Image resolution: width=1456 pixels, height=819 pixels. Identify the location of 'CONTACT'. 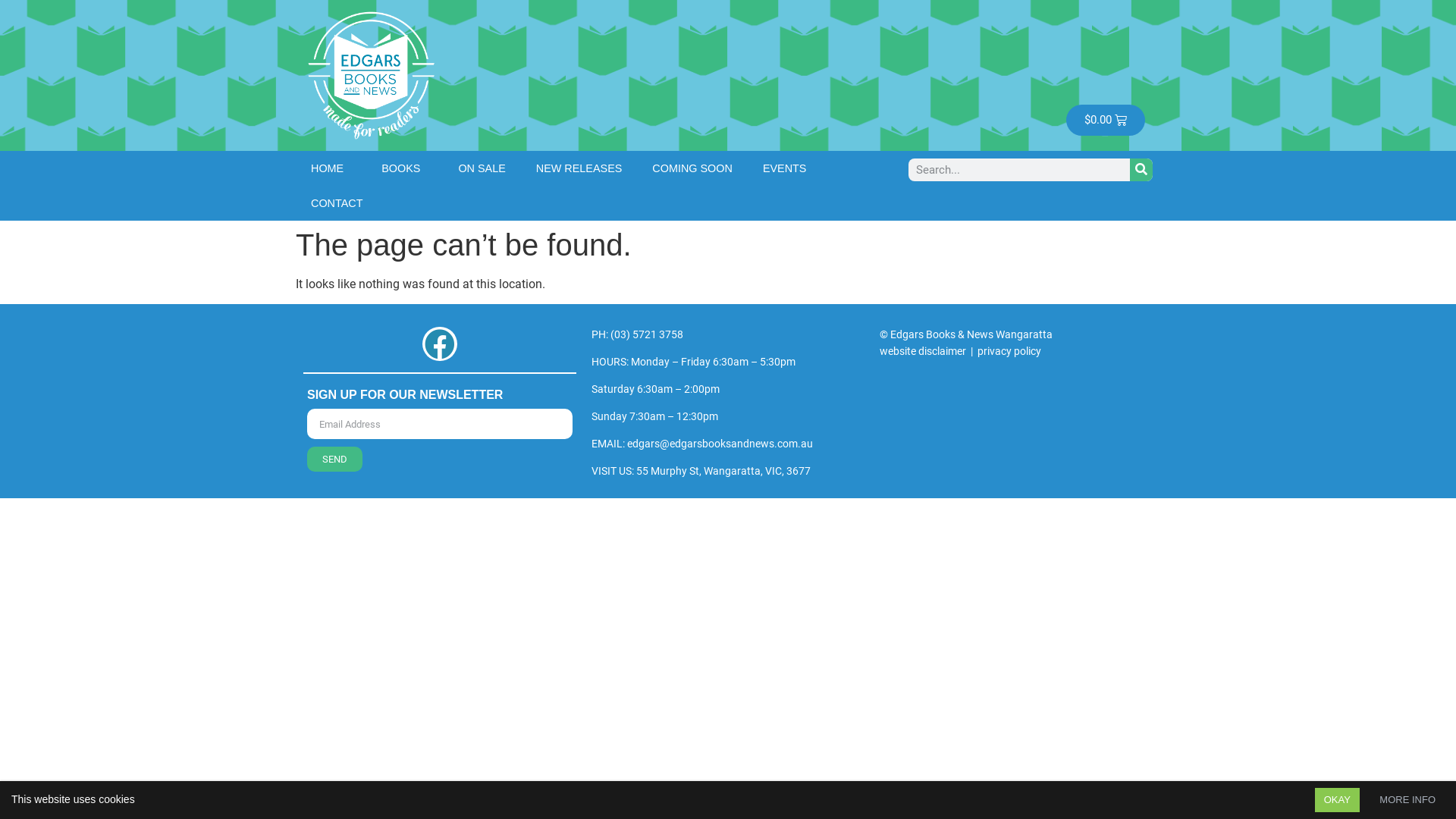
(336, 201).